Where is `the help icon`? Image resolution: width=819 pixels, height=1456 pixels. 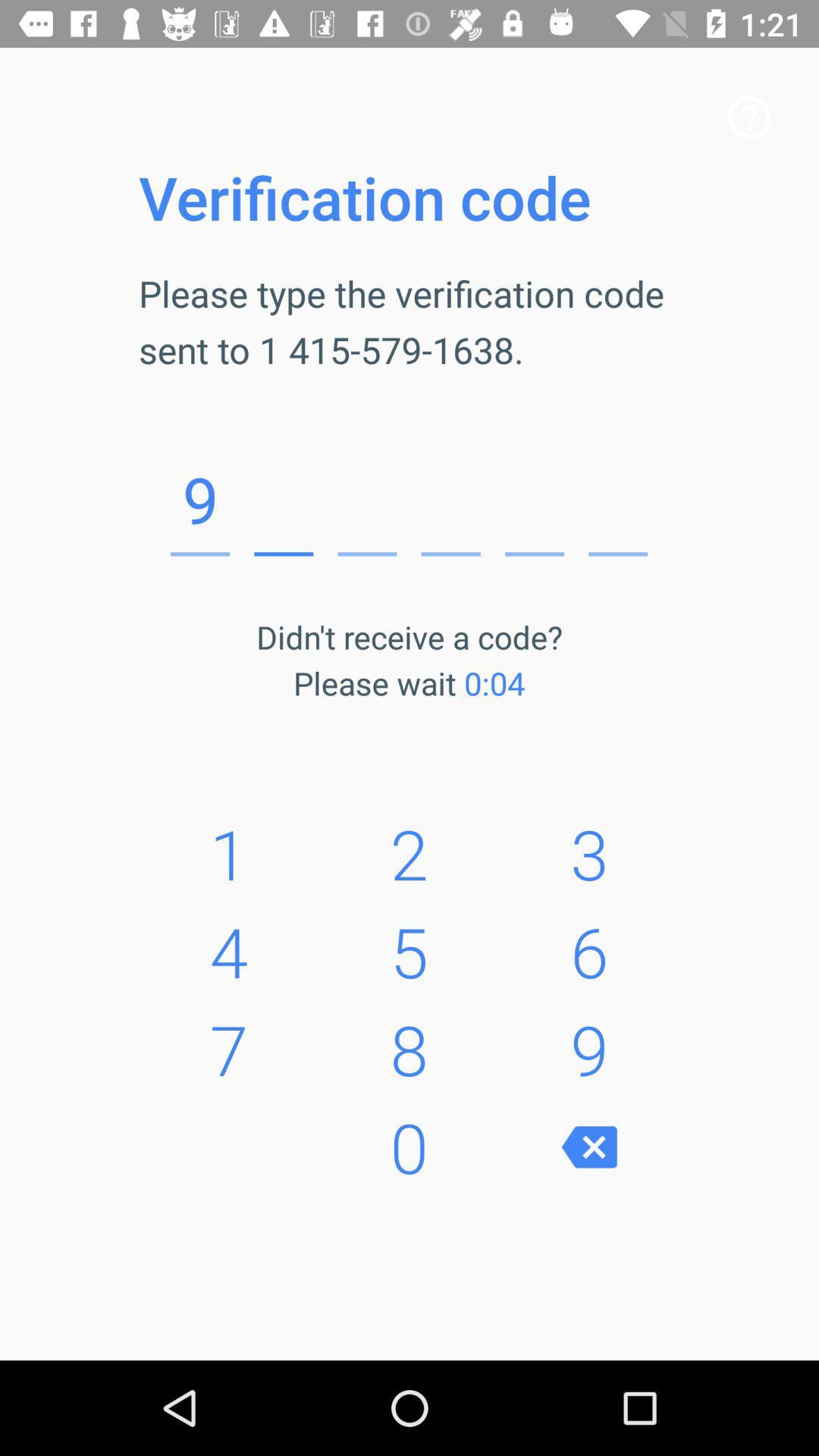
the help icon is located at coordinates (748, 116).